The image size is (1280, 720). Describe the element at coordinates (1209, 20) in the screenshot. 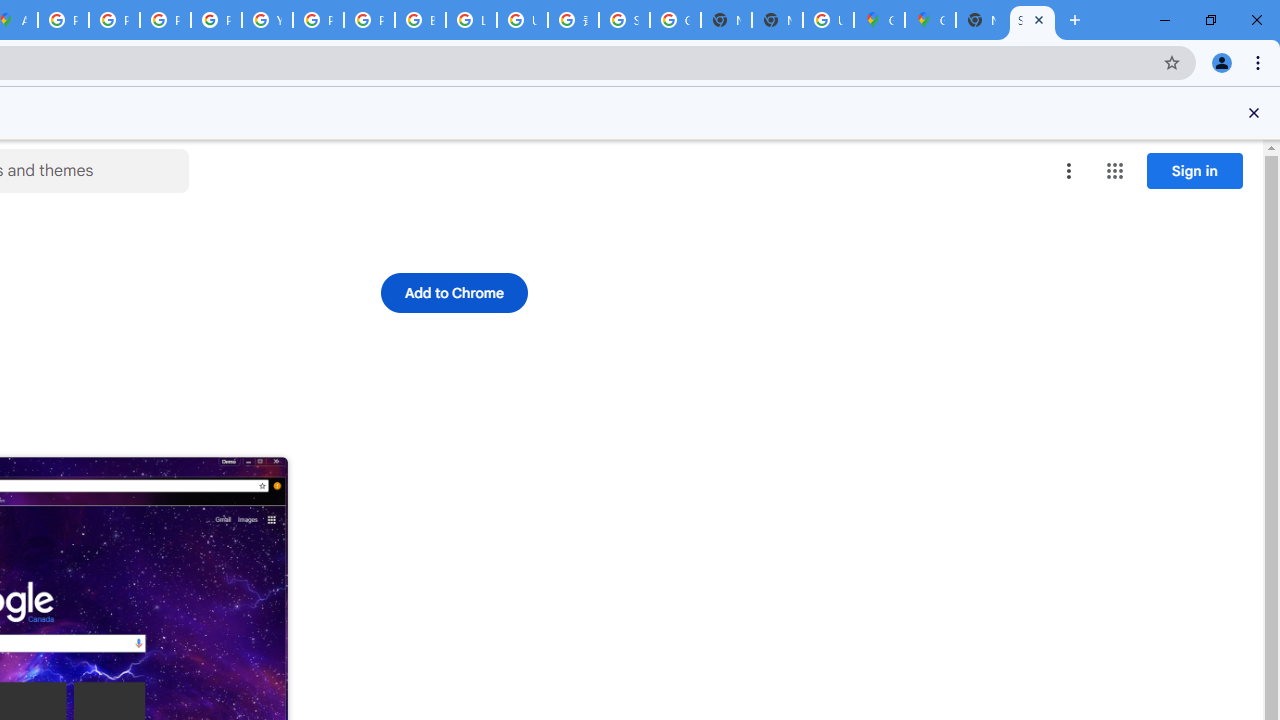

I see `'Restore'` at that location.